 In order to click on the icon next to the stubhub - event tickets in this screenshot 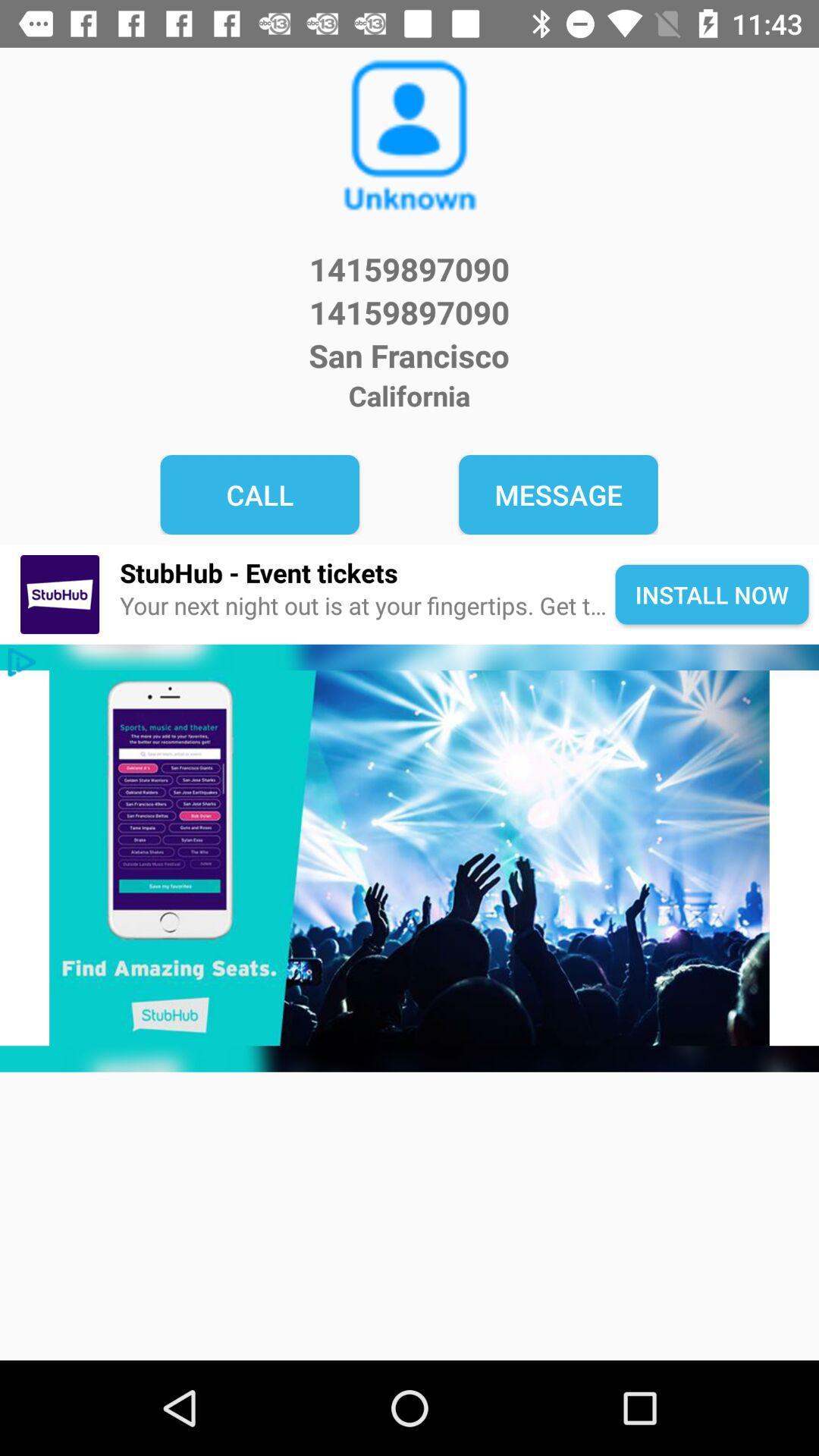, I will do `click(59, 594)`.